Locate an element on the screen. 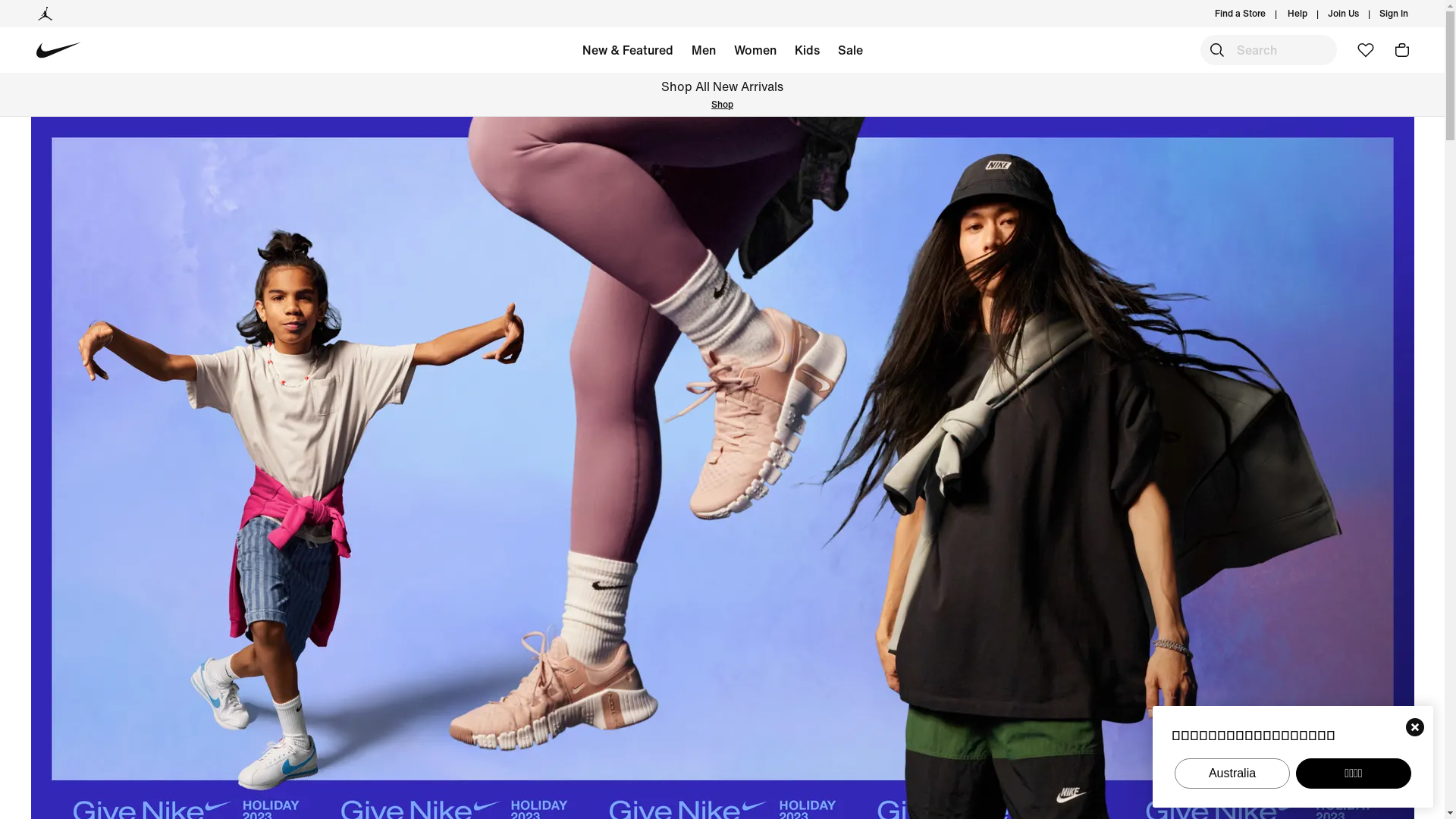  'Help' is located at coordinates (1296, 14).